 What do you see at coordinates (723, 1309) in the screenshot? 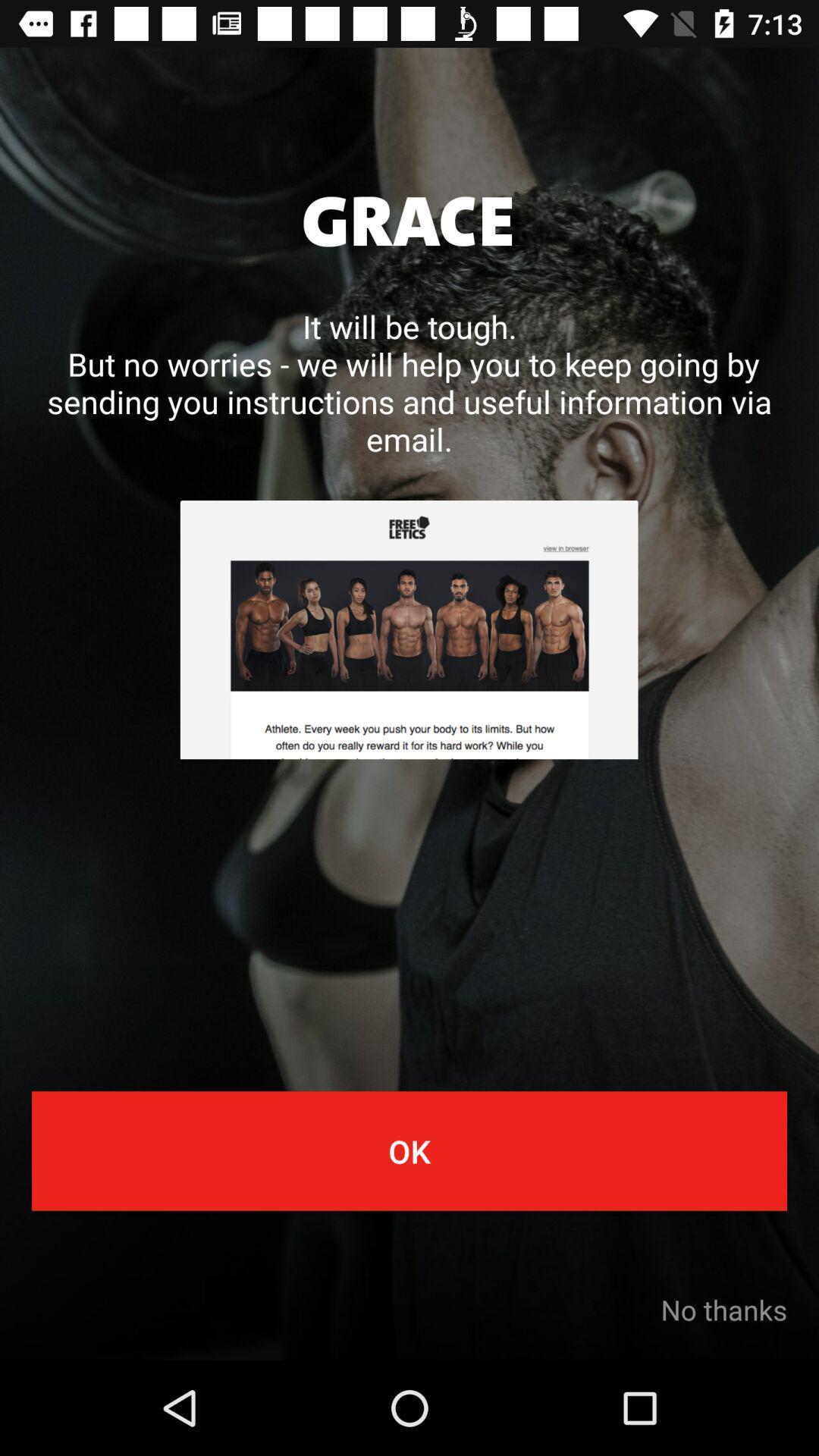
I see `the item below the ok icon` at bounding box center [723, 1309].